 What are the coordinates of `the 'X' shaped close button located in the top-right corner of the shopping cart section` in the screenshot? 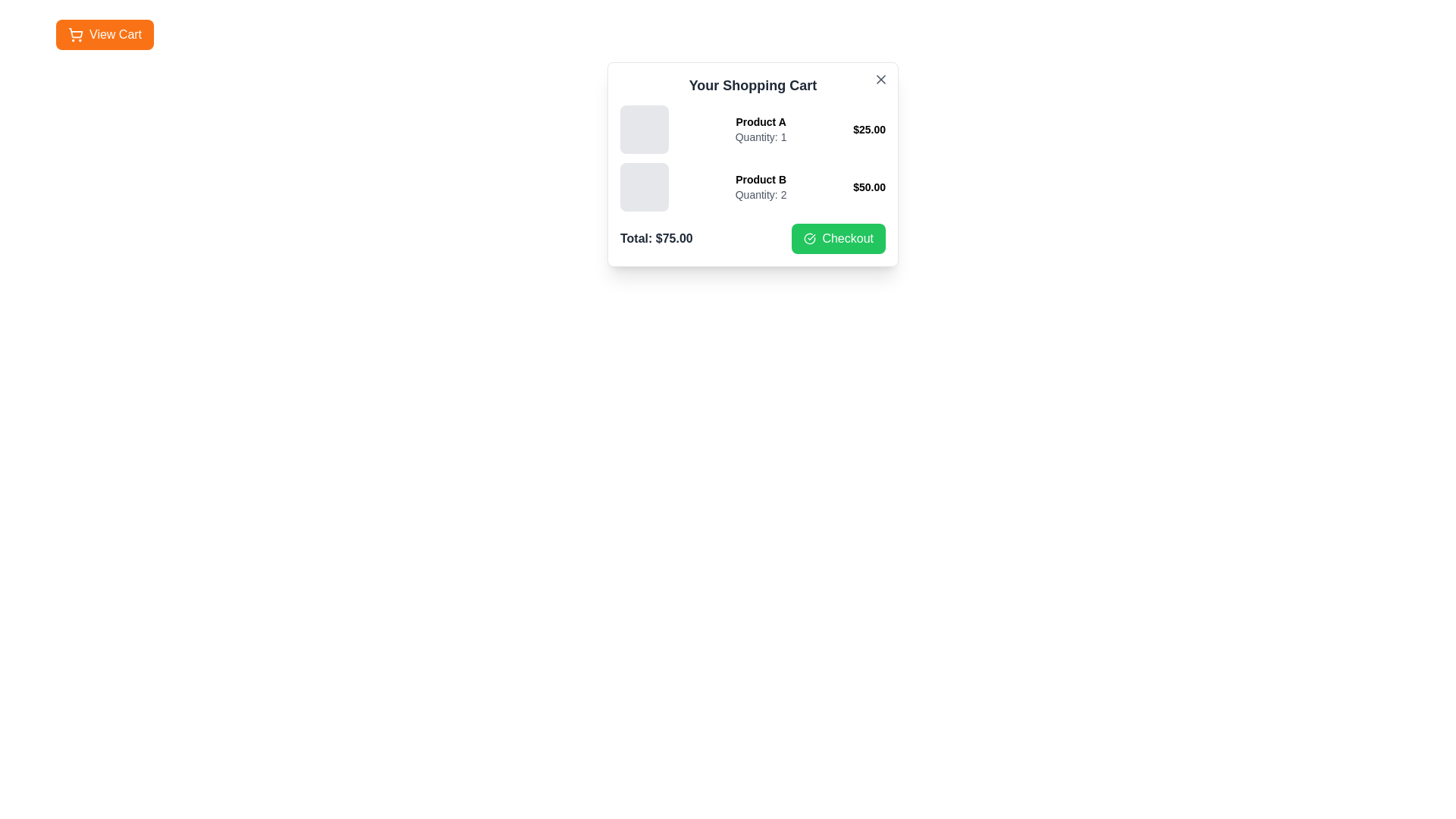 It's located at (880, 79).